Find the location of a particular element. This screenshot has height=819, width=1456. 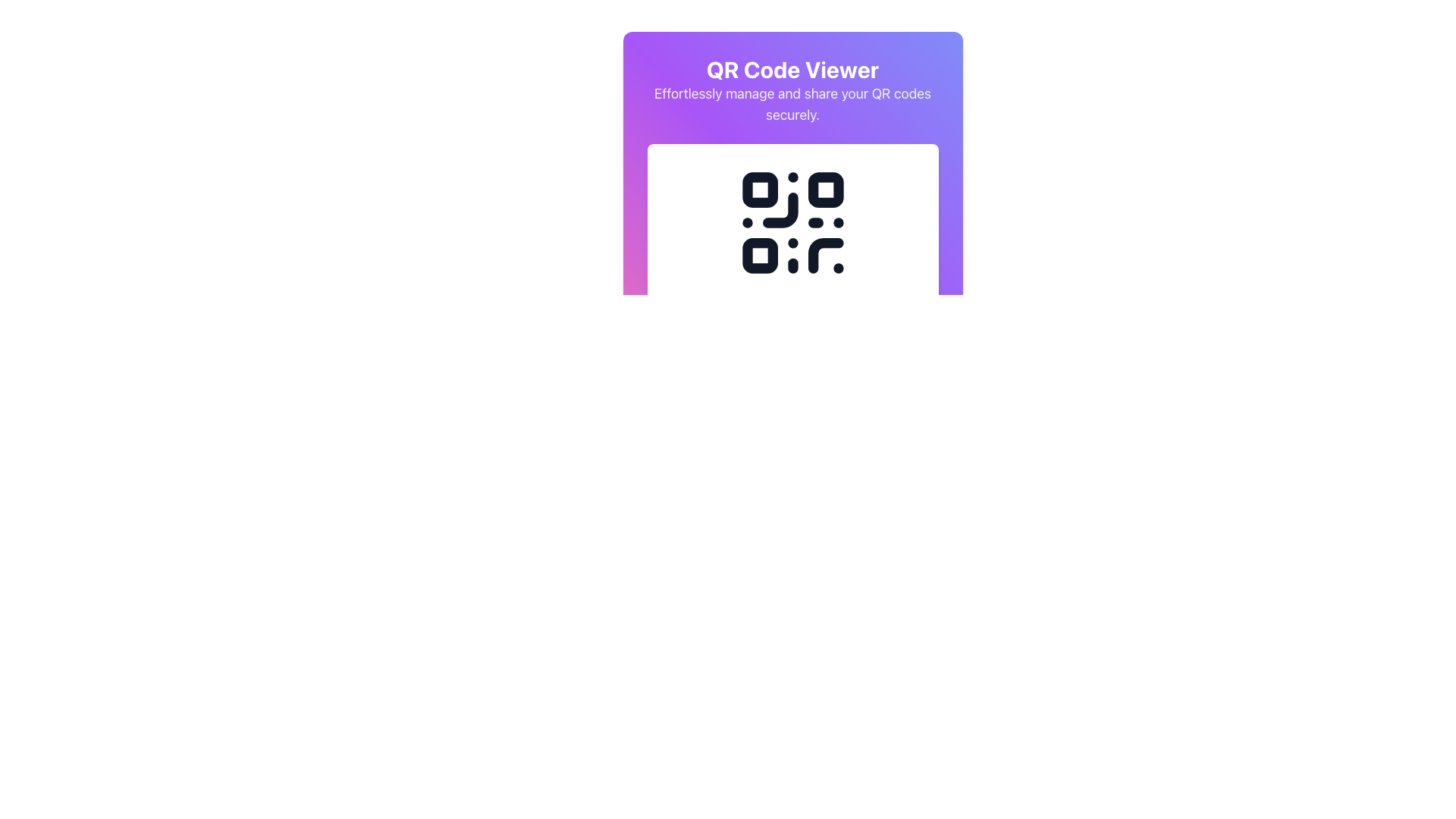

the QR Code Display element, which represents a QR code for scanning or sharing information, located centrally within the interface is located at coordinates (792, 218).